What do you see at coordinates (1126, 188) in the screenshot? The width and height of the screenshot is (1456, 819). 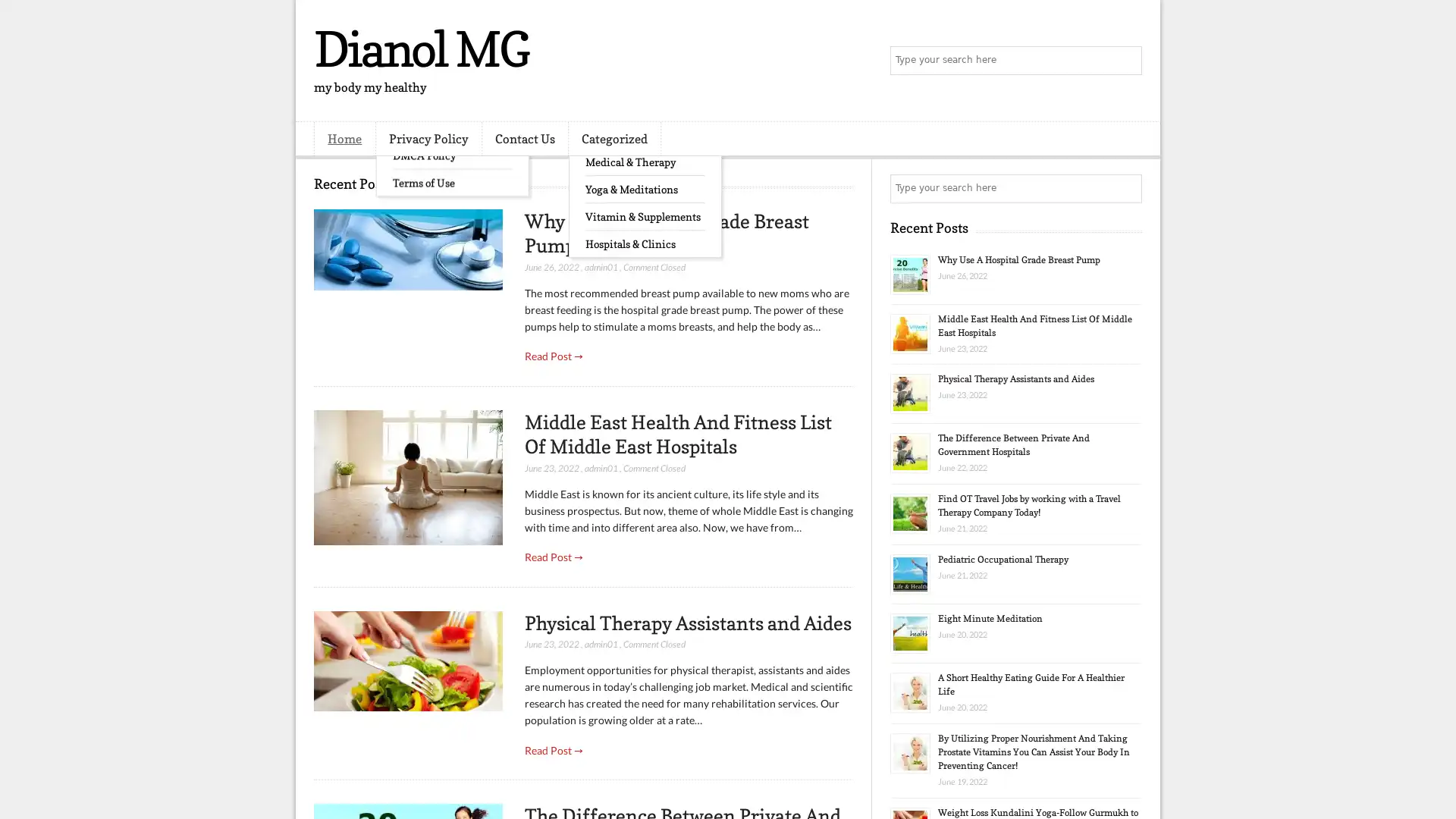 I see `Search` at bounding box center [1126, 188].